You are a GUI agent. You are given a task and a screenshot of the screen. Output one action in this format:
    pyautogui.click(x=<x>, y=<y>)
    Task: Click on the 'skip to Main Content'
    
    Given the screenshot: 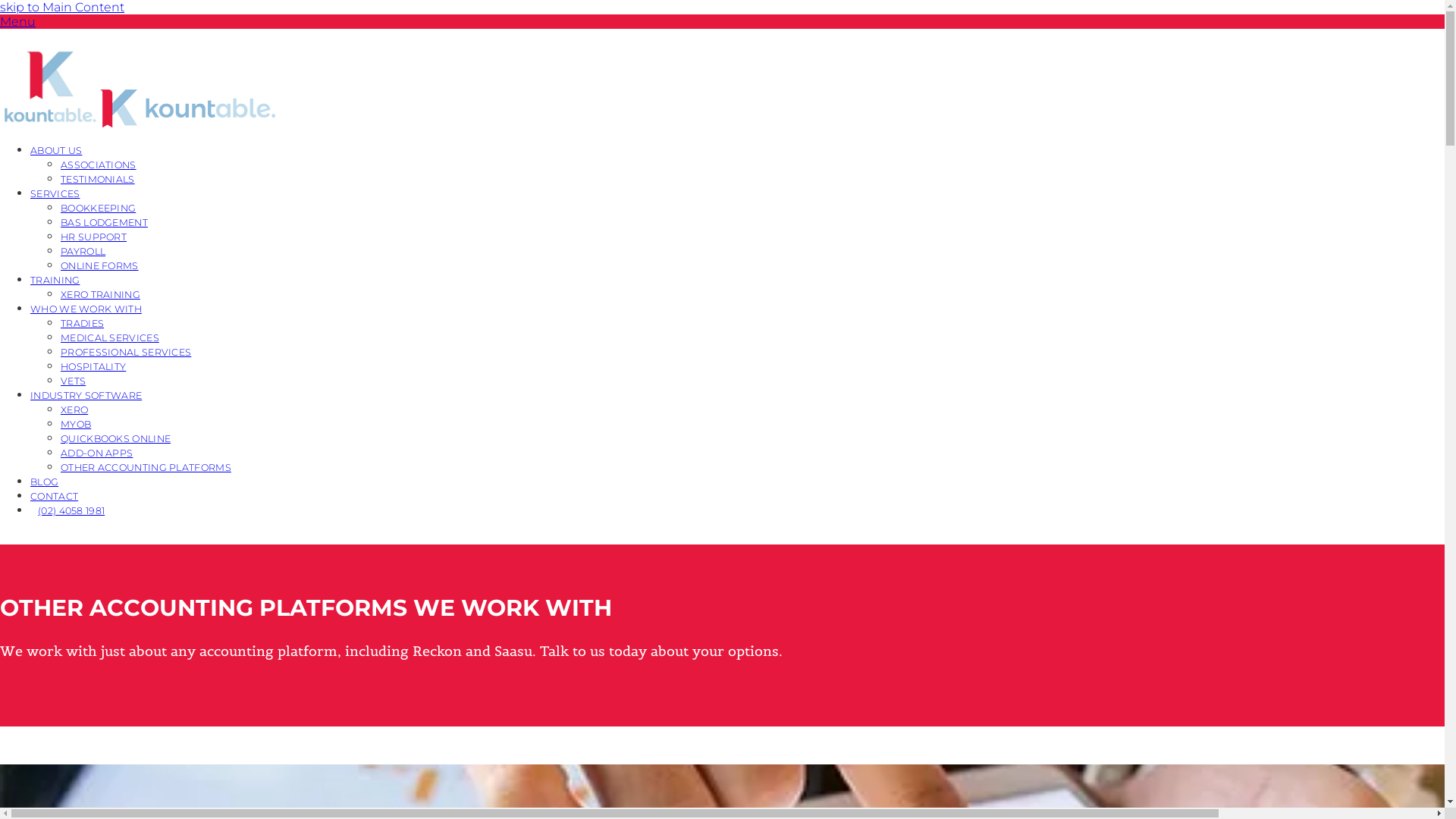 What is the action you would take?
    pyautogui.click(x=61, y=7)
    